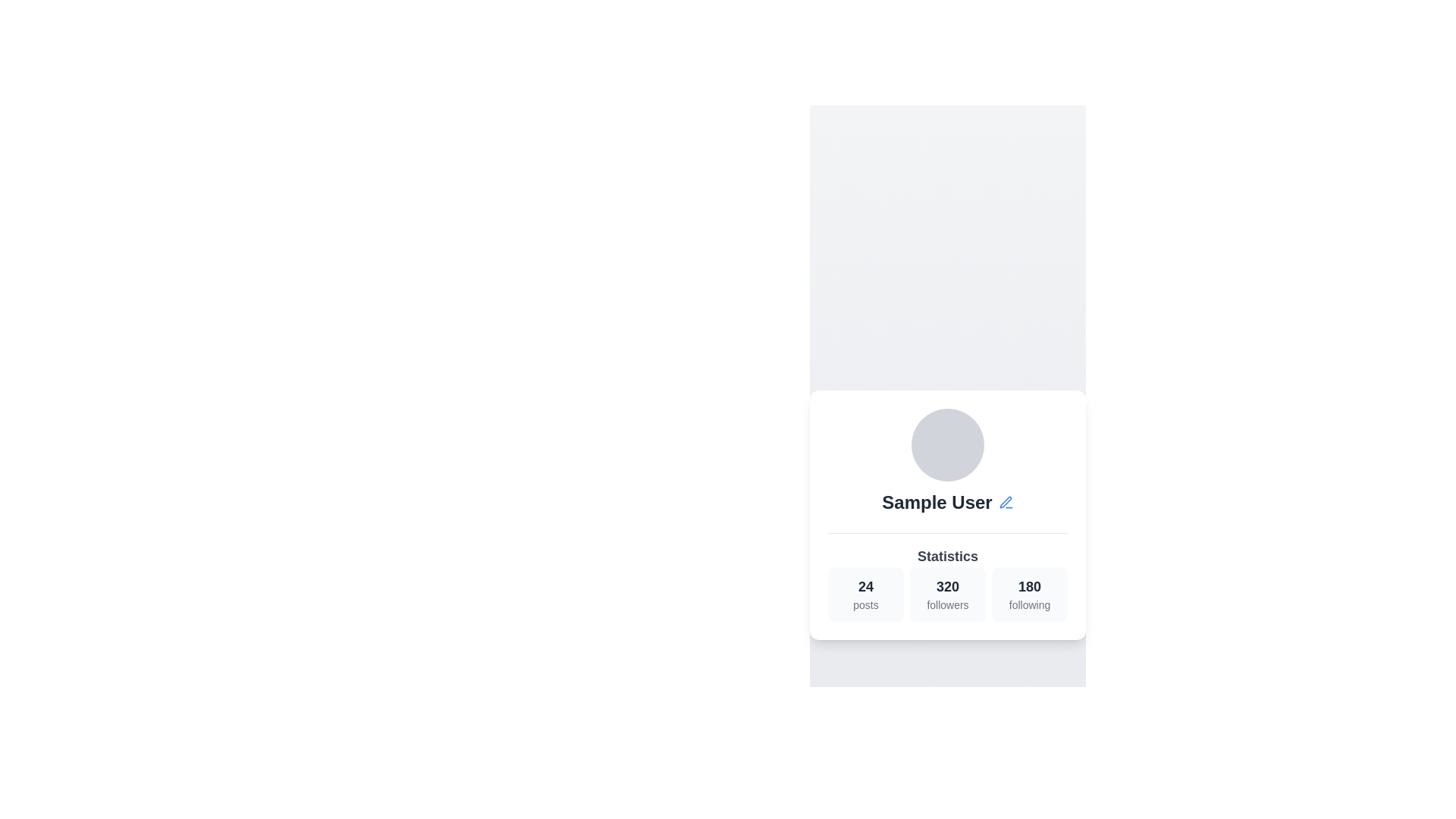 The image size is (1456, 819). Describe the element at coordinates (946, 593) in the screenshot. I see `the Information Display Card displaying '320' followers, which is located in the center of the three cards under the 'Statistics' heading` at that location.